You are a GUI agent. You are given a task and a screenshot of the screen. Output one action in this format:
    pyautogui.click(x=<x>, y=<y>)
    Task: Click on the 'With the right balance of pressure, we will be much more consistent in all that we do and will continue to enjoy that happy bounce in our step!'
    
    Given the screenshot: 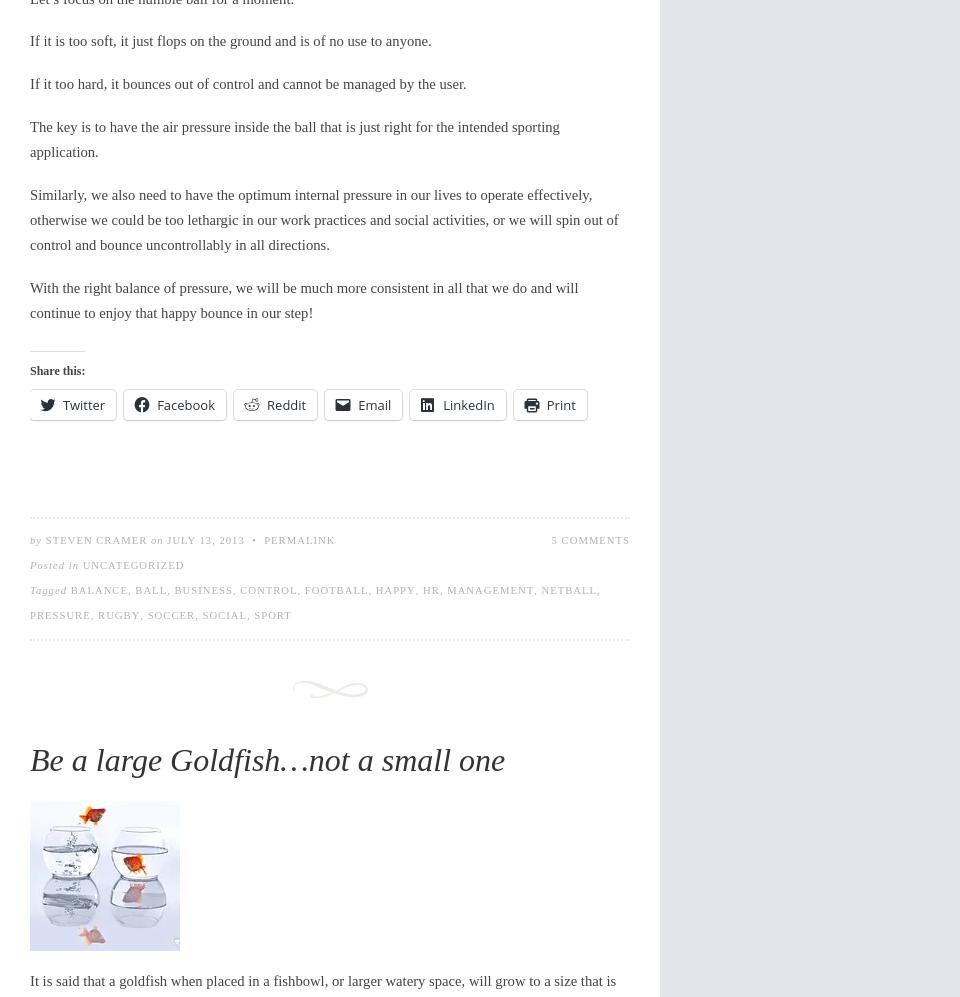 What is the action you would take?
    pyautogui.click(x=304, y=299)
    